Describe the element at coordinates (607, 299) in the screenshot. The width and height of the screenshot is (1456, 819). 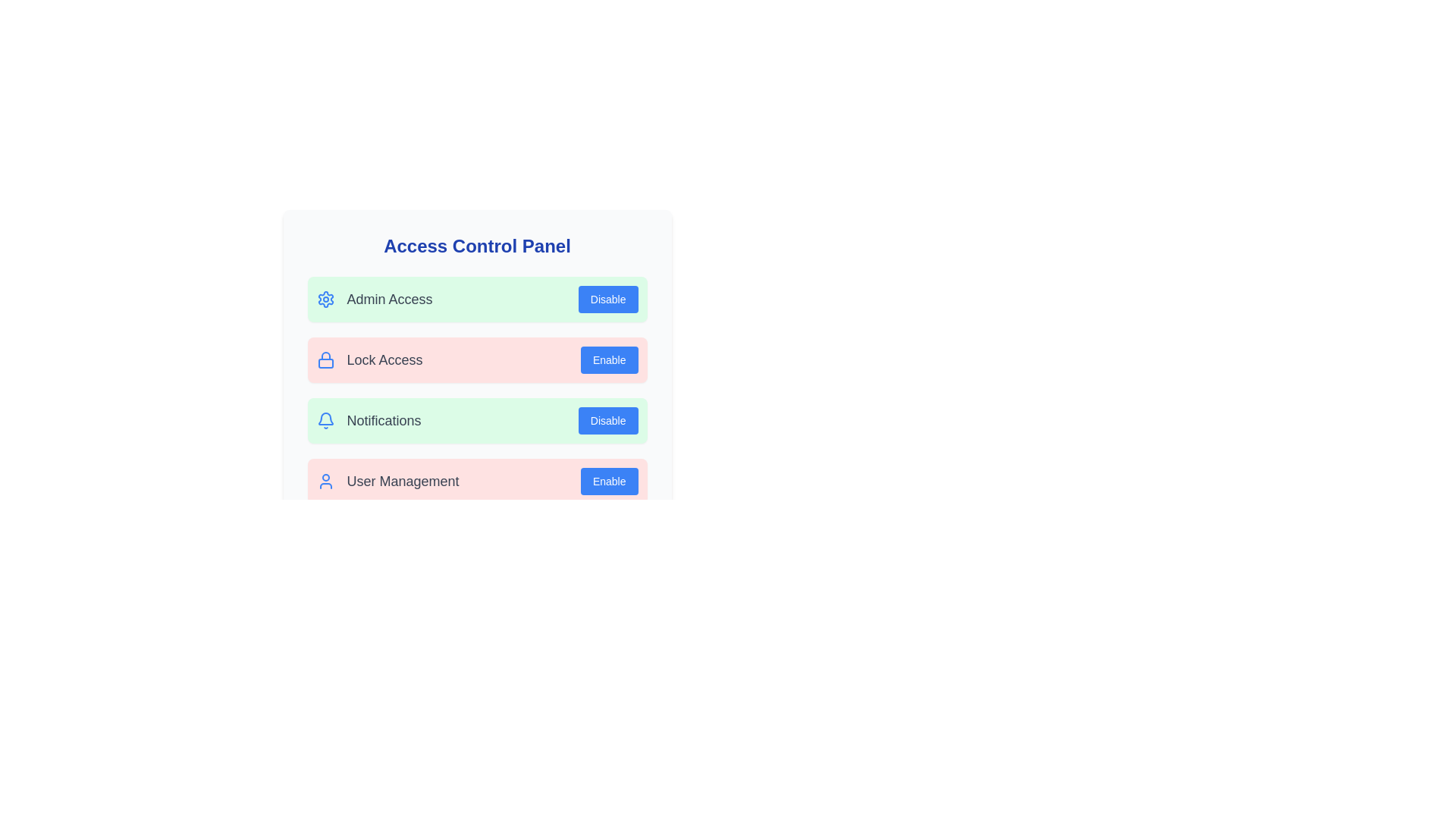
I see `the button labeled Disable Admin Access` at that location.